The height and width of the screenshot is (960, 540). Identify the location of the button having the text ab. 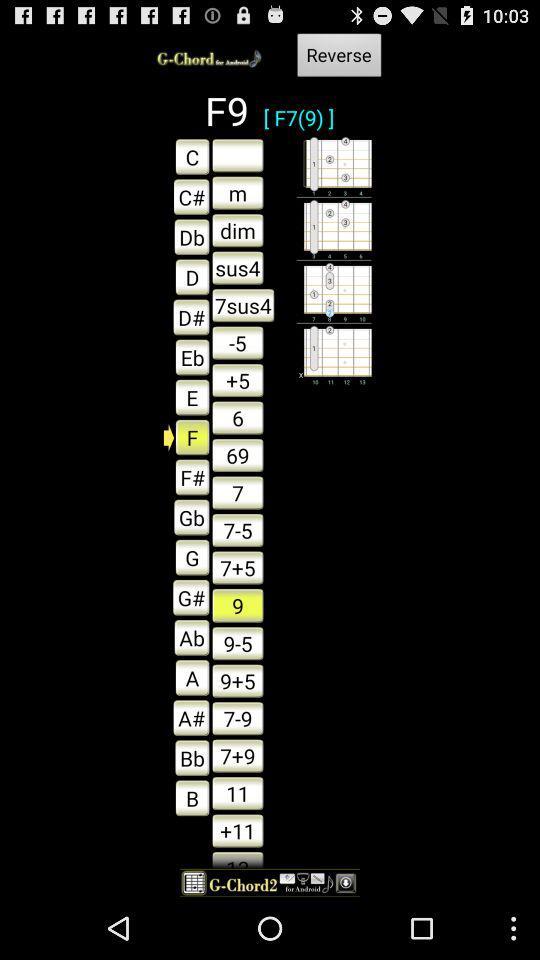
(186, 637).